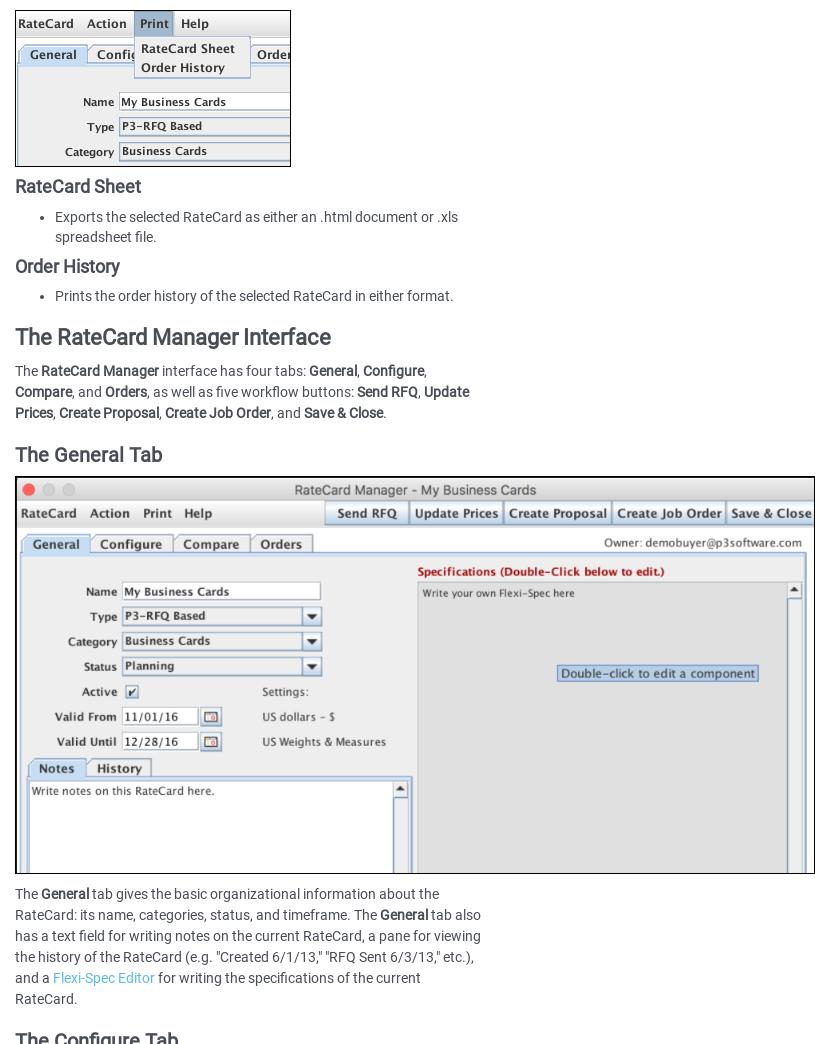 Image resolution: width=815 pixels, height=1044 pixels. I want to click on ', as well as five workflow buttons:', so click(147, 390).